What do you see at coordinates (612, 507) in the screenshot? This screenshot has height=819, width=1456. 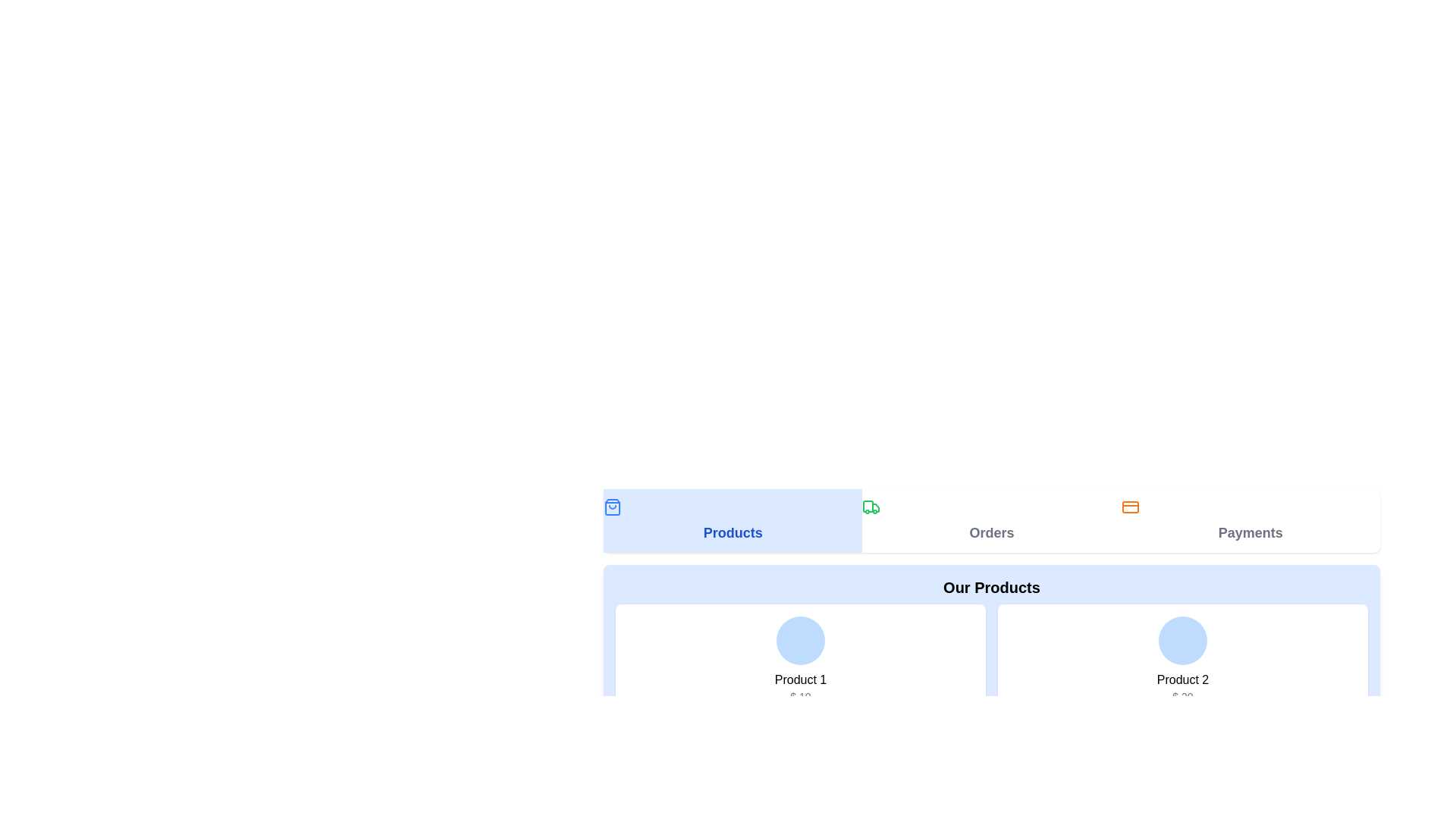 I see `the shopping bag icon located in the navigation bar at the top left, which is part of the 'Products' tab` at bounding box center [612, 507].